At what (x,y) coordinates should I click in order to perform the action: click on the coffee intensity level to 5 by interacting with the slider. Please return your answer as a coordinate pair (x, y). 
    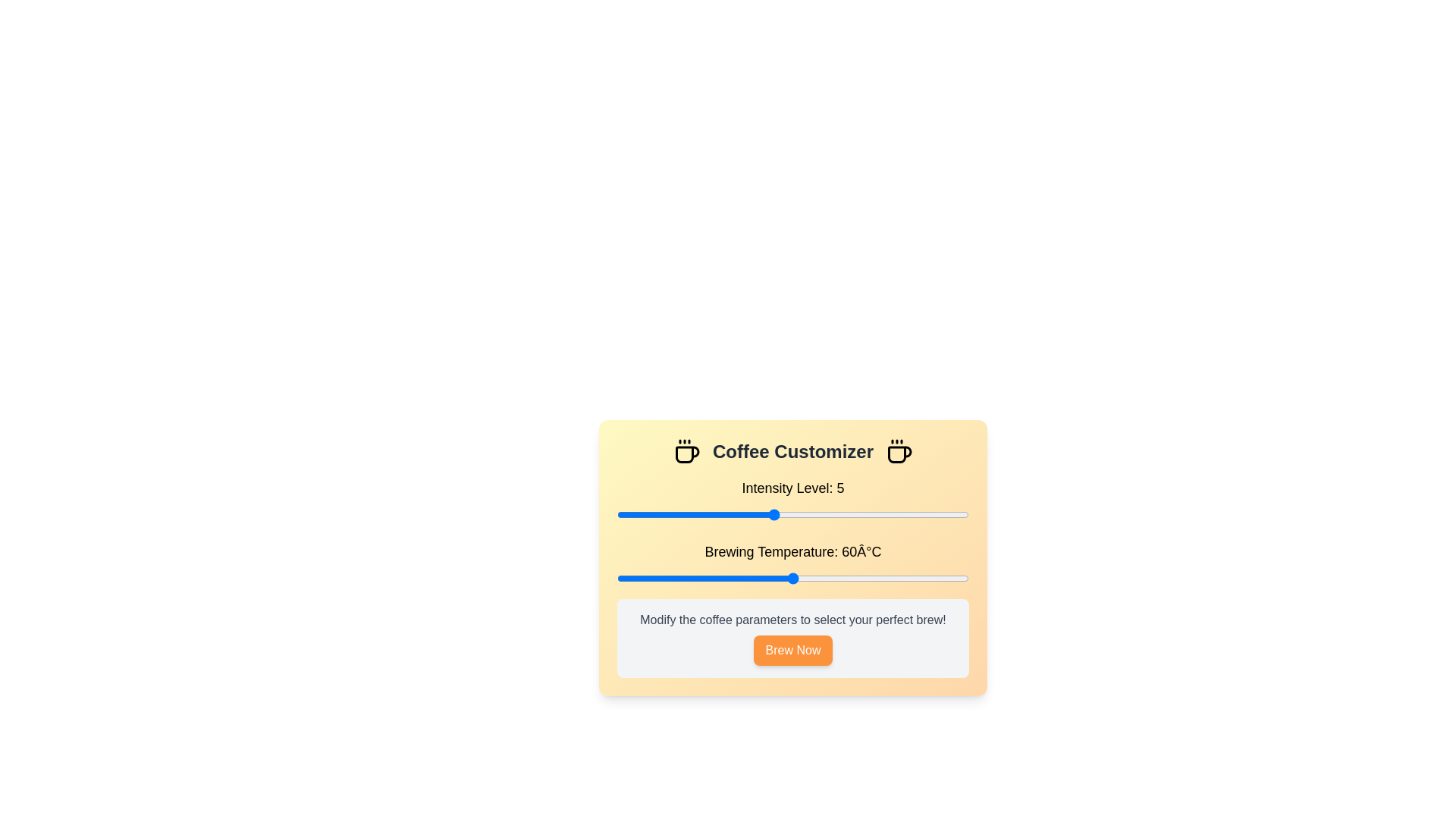
    Looking at the image, I should click on (773, 513).